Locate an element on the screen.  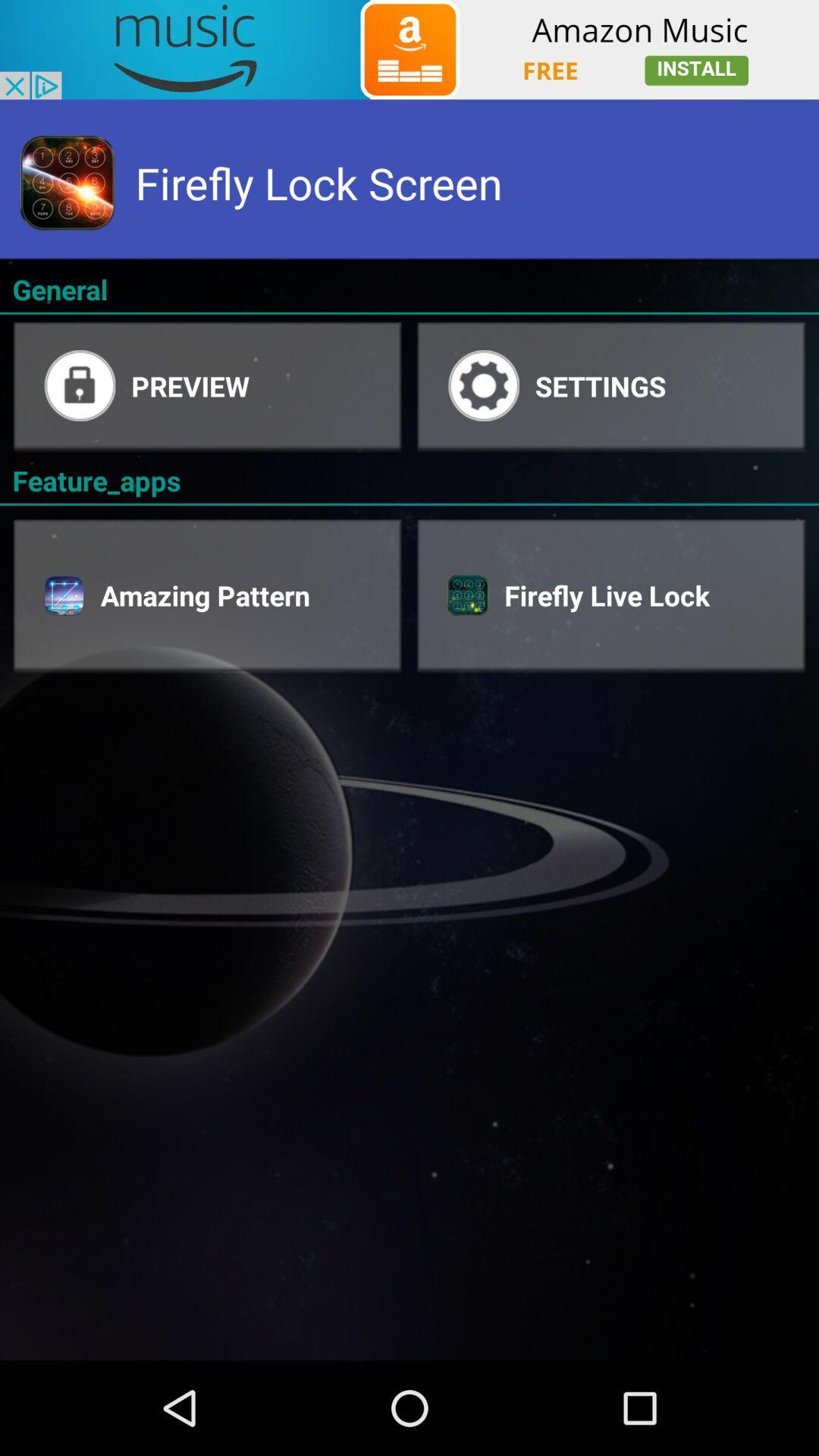
showing advertisements is located at coordinates (409, 49).